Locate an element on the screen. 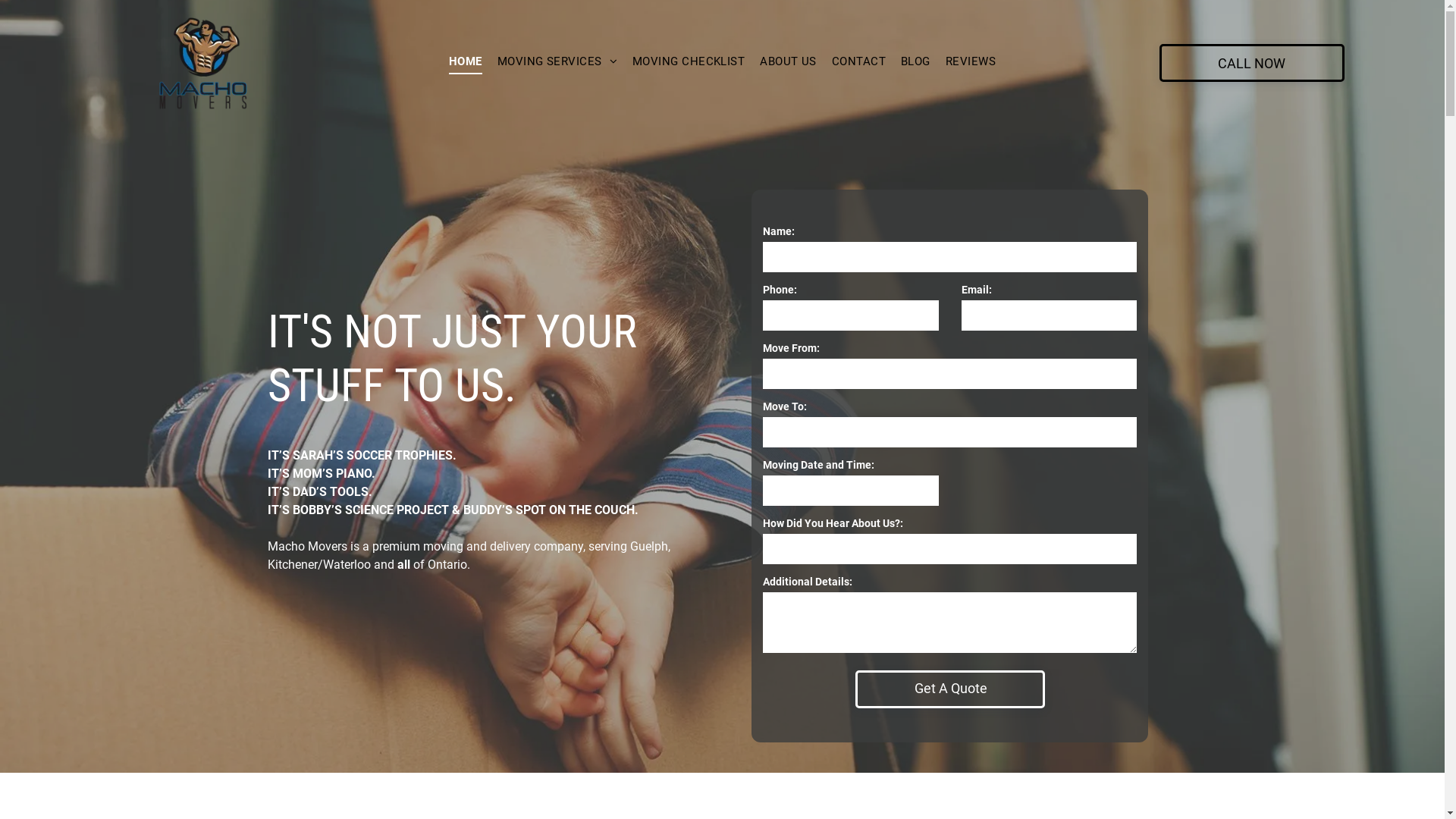 The height and width of the screenshot is (819, 1456). 'HOME' is located at coordinates (465, 61).